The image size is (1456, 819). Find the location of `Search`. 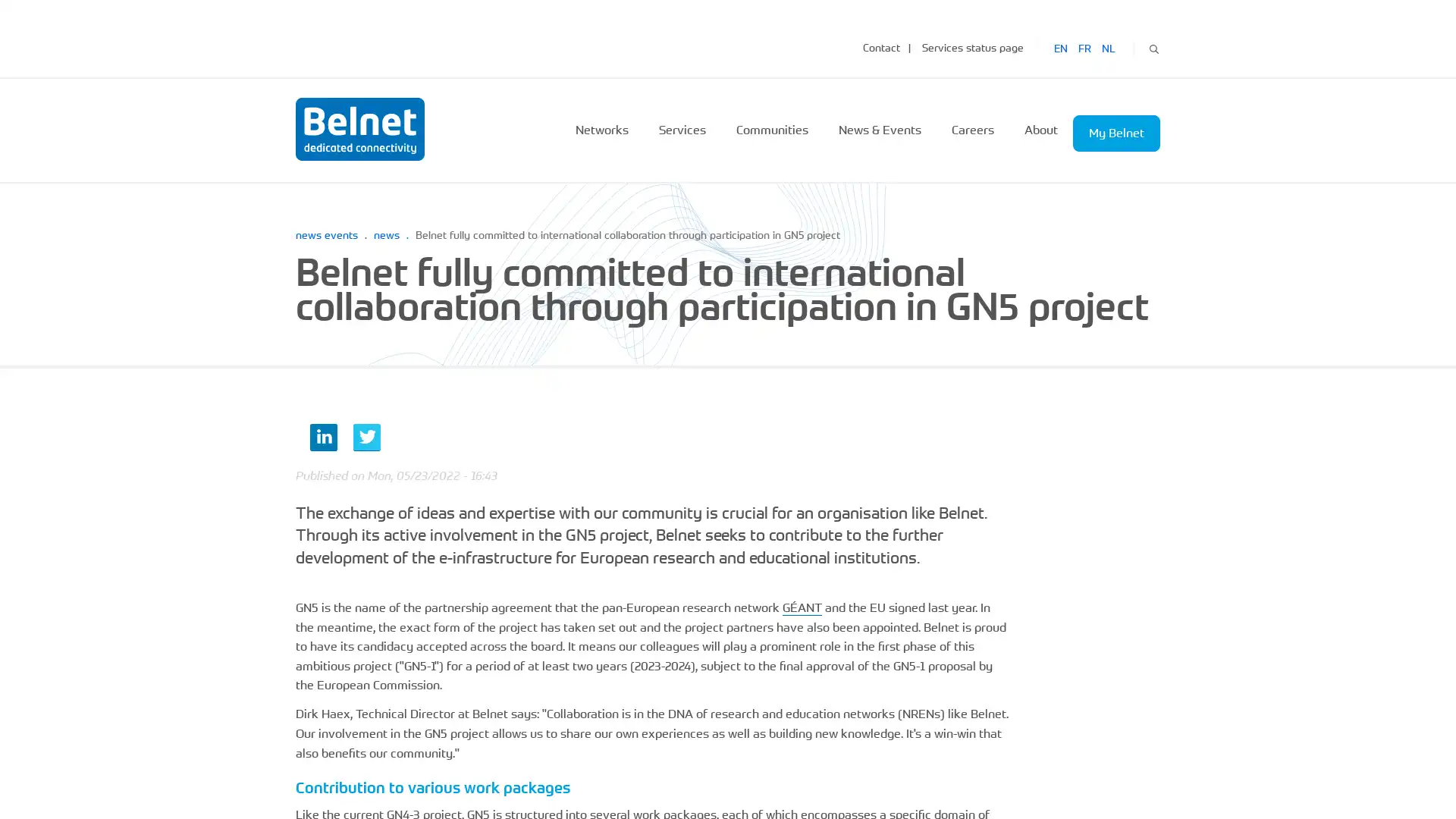

Search is located at coordinates (1153, 46).